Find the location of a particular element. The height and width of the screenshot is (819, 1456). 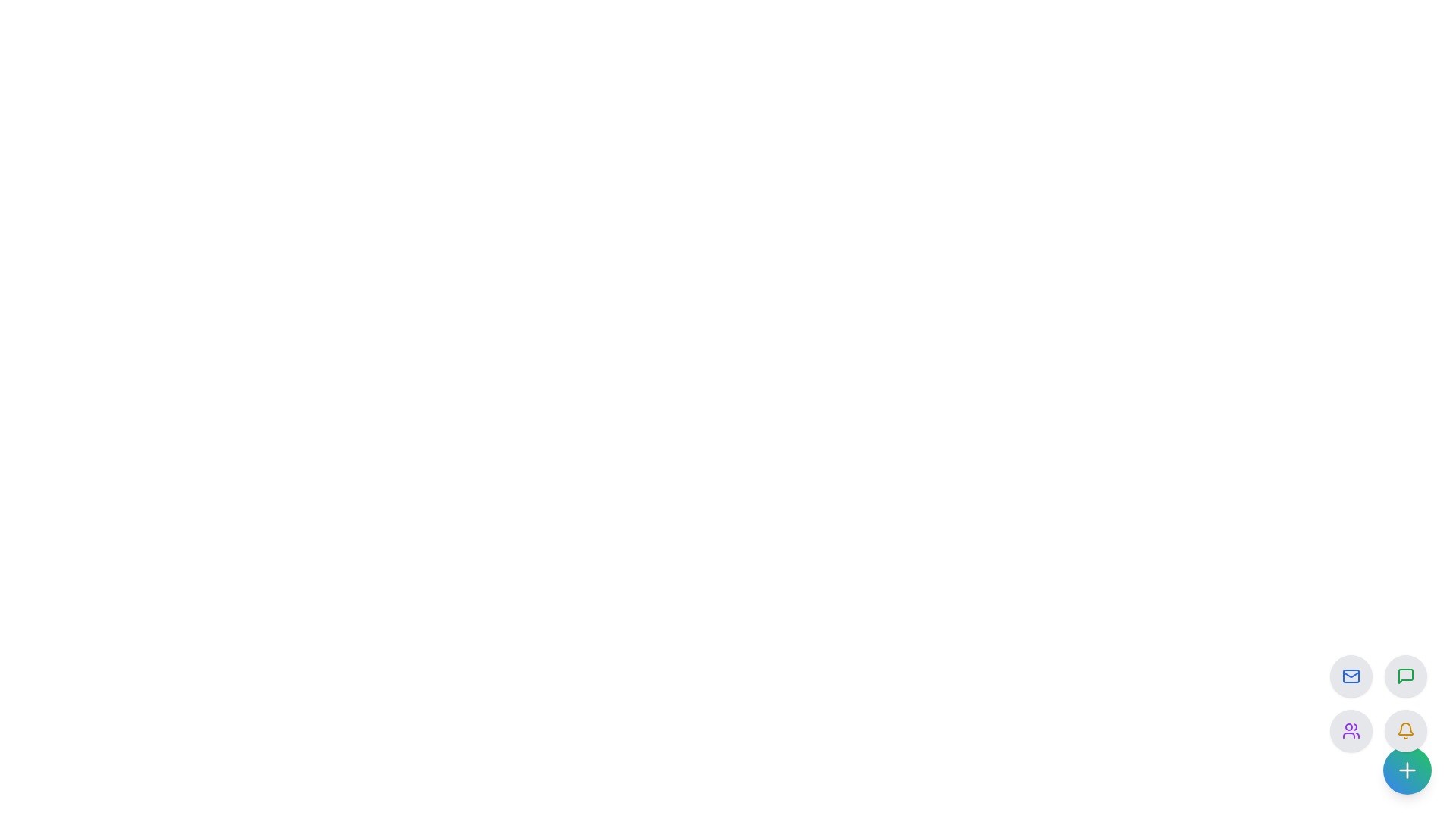

the bottom-most circular button with an embedded SVG icon located at the bottom-right corner of the interface is located at coordinates (1407, 770).